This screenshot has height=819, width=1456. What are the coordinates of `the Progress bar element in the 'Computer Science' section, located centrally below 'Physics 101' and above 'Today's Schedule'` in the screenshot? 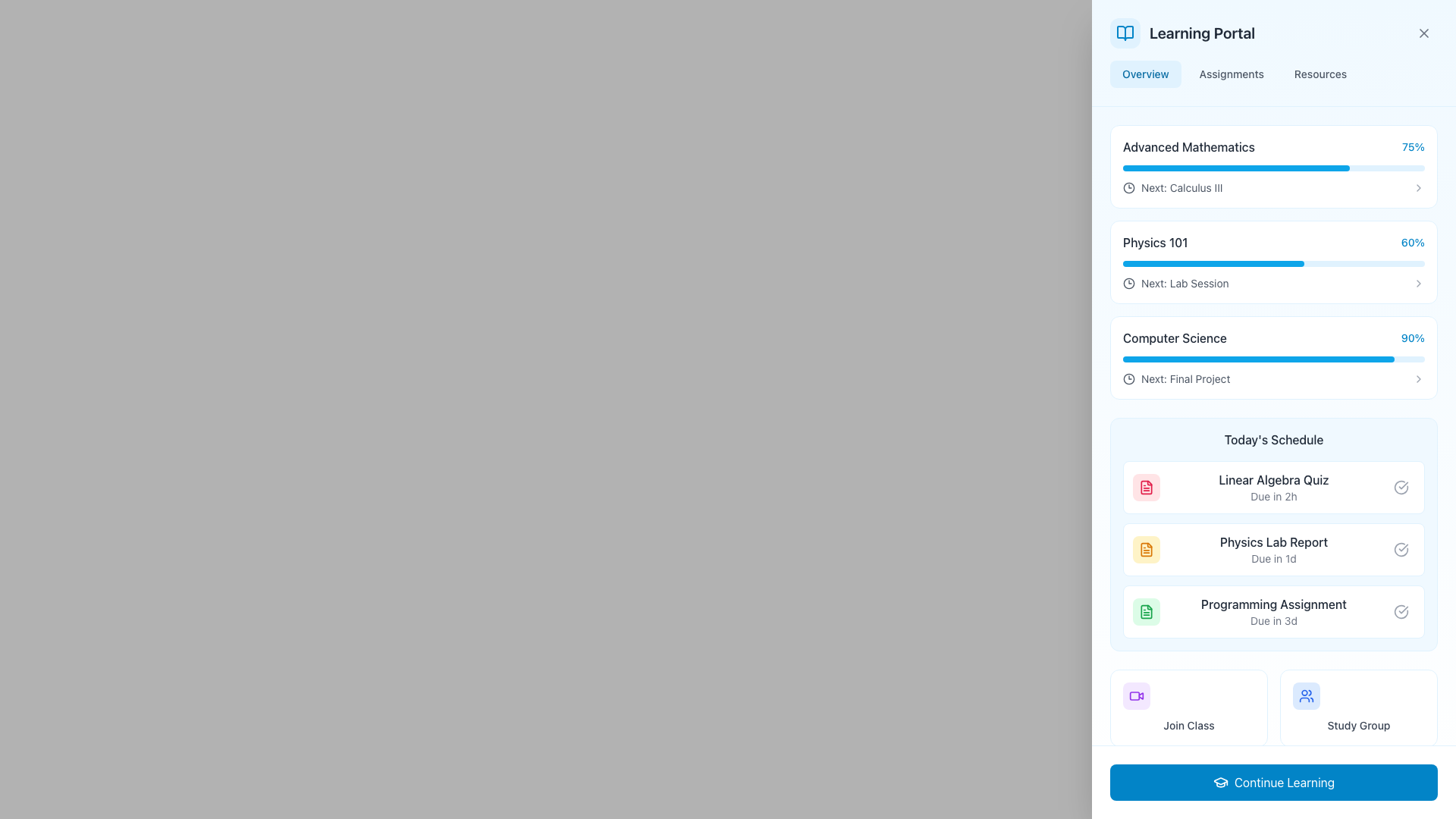 It's located at (1259, 359).